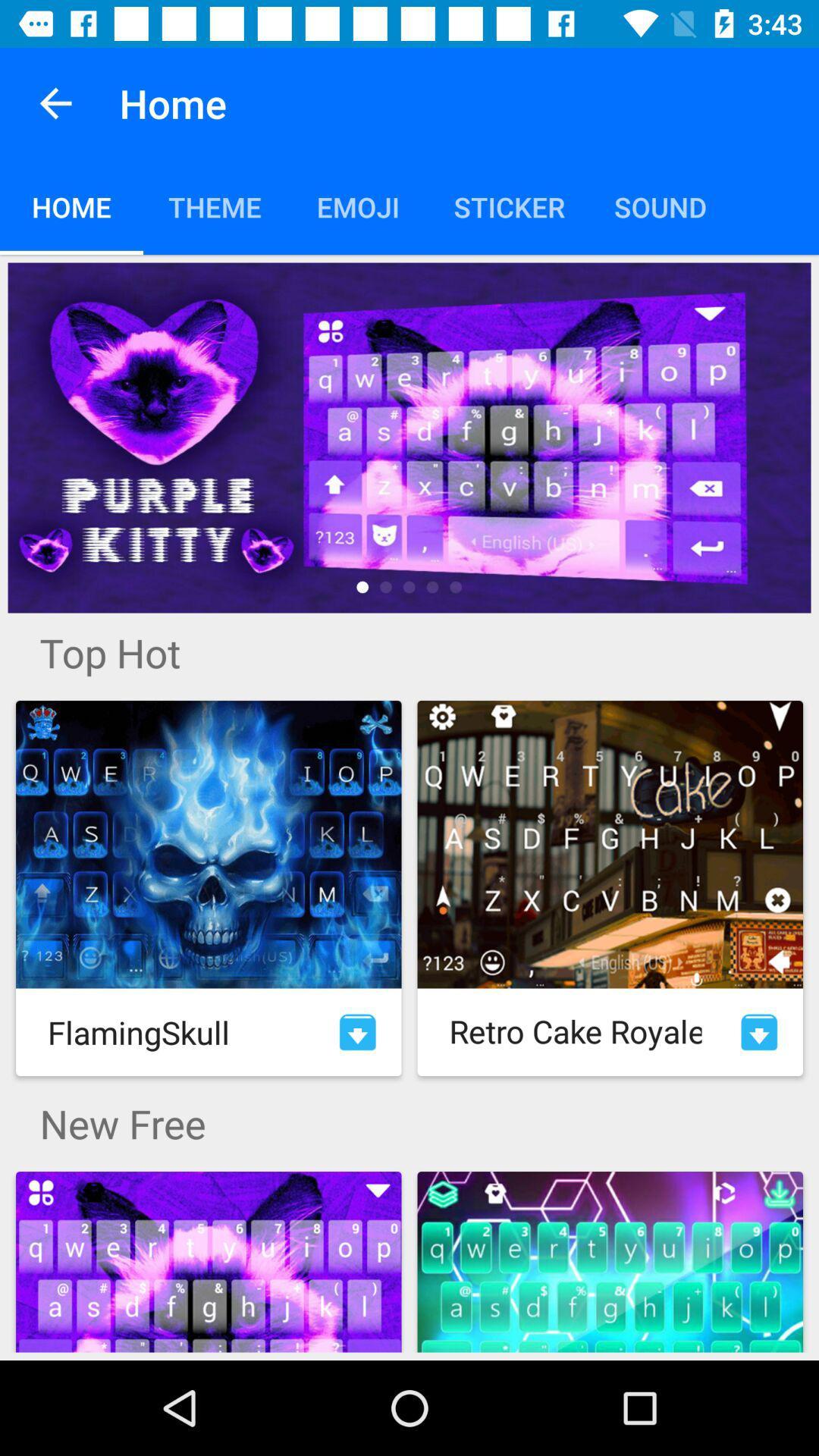  What do you see at coordinates (409, 437) in the screenshot?
I see `the item below the home icon` at bounding box center [409, 437].